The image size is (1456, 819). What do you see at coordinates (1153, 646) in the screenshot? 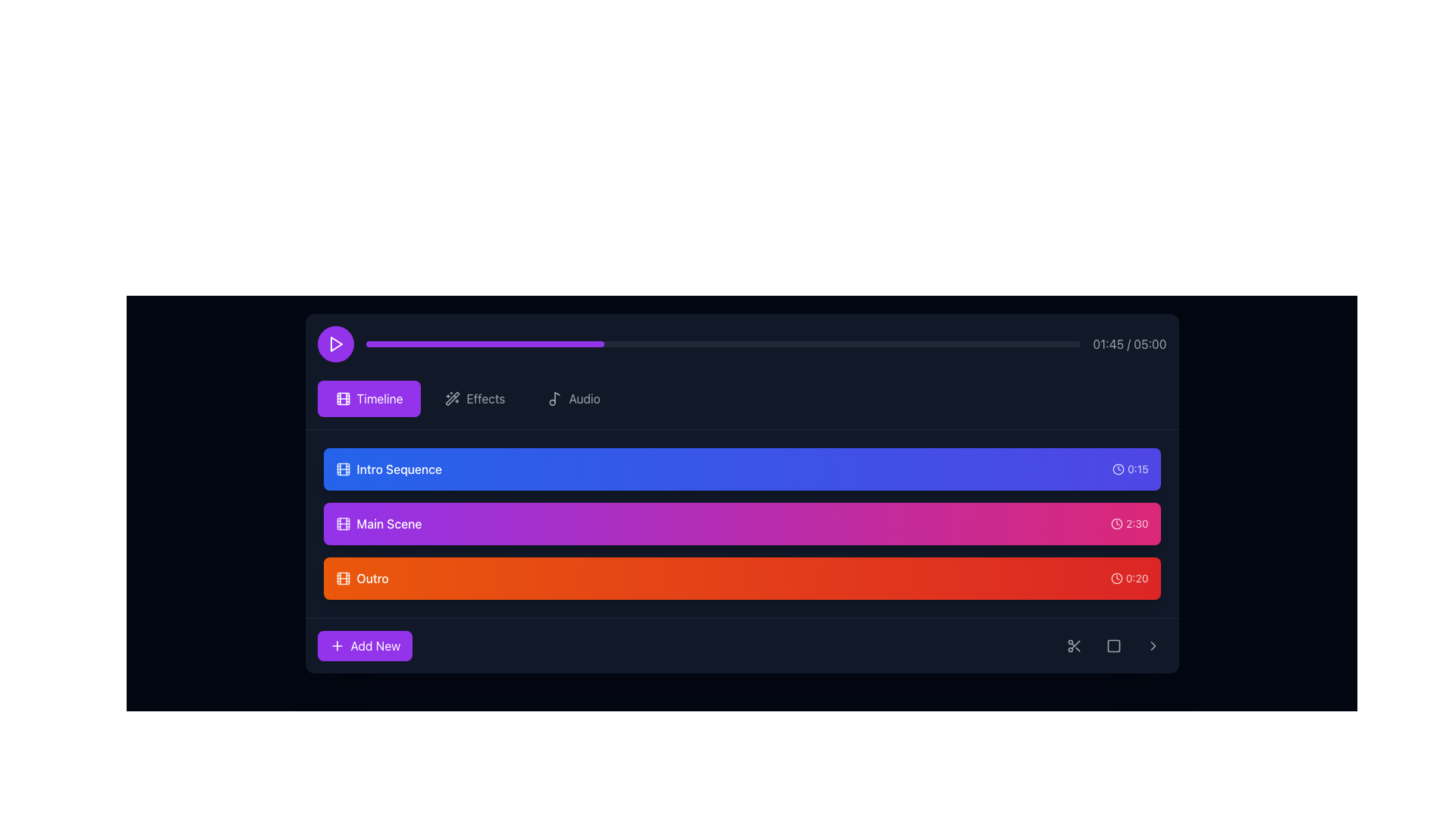
I see `the forward navigation button located at the far-right of a horizontal layout containing three interactive icons to initiate navigation` at bounding box center [1153, 646].